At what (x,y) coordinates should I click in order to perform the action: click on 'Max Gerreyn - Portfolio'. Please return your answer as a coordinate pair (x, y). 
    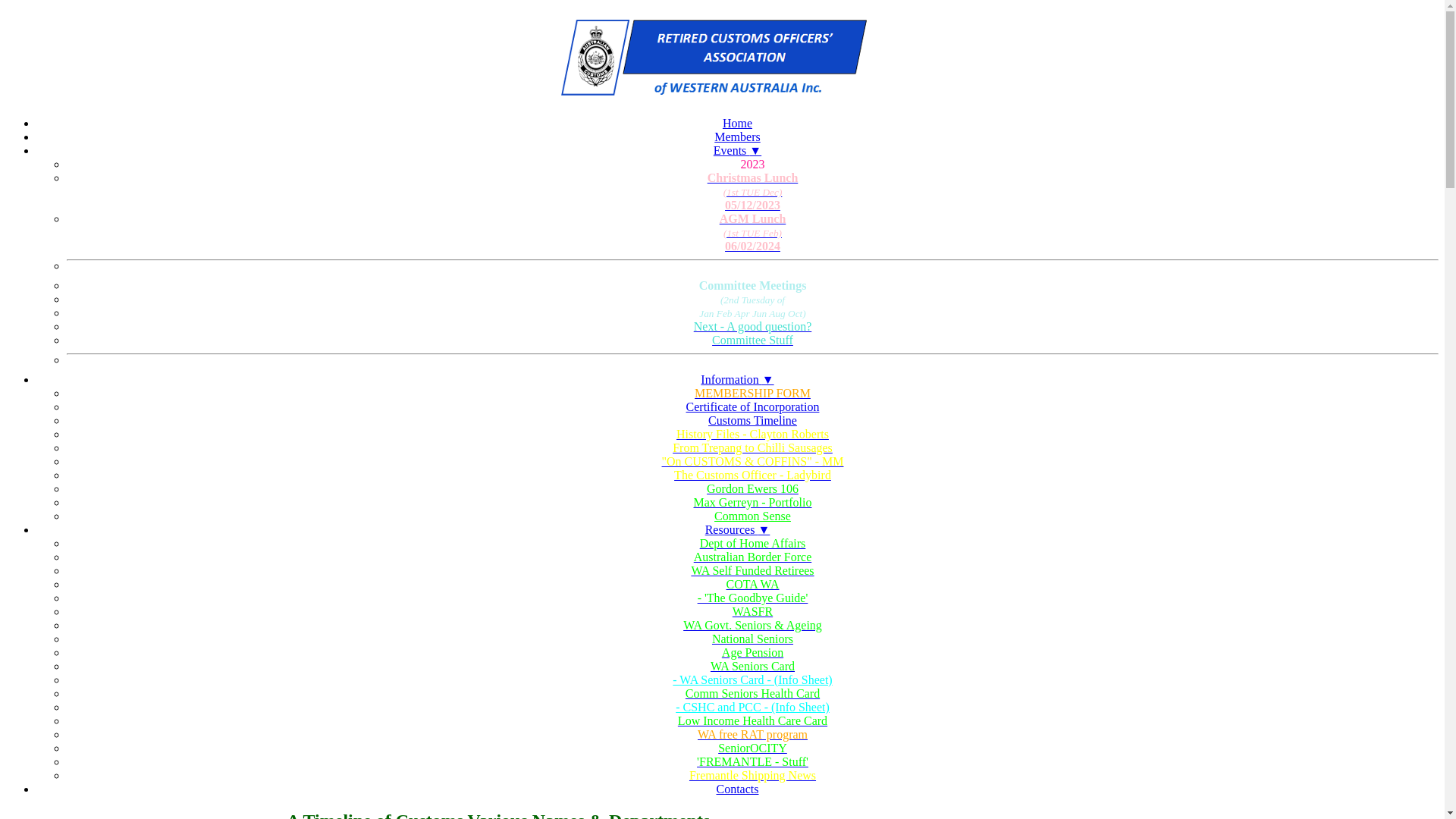
    Looking at the image, I should click on (752, 503).